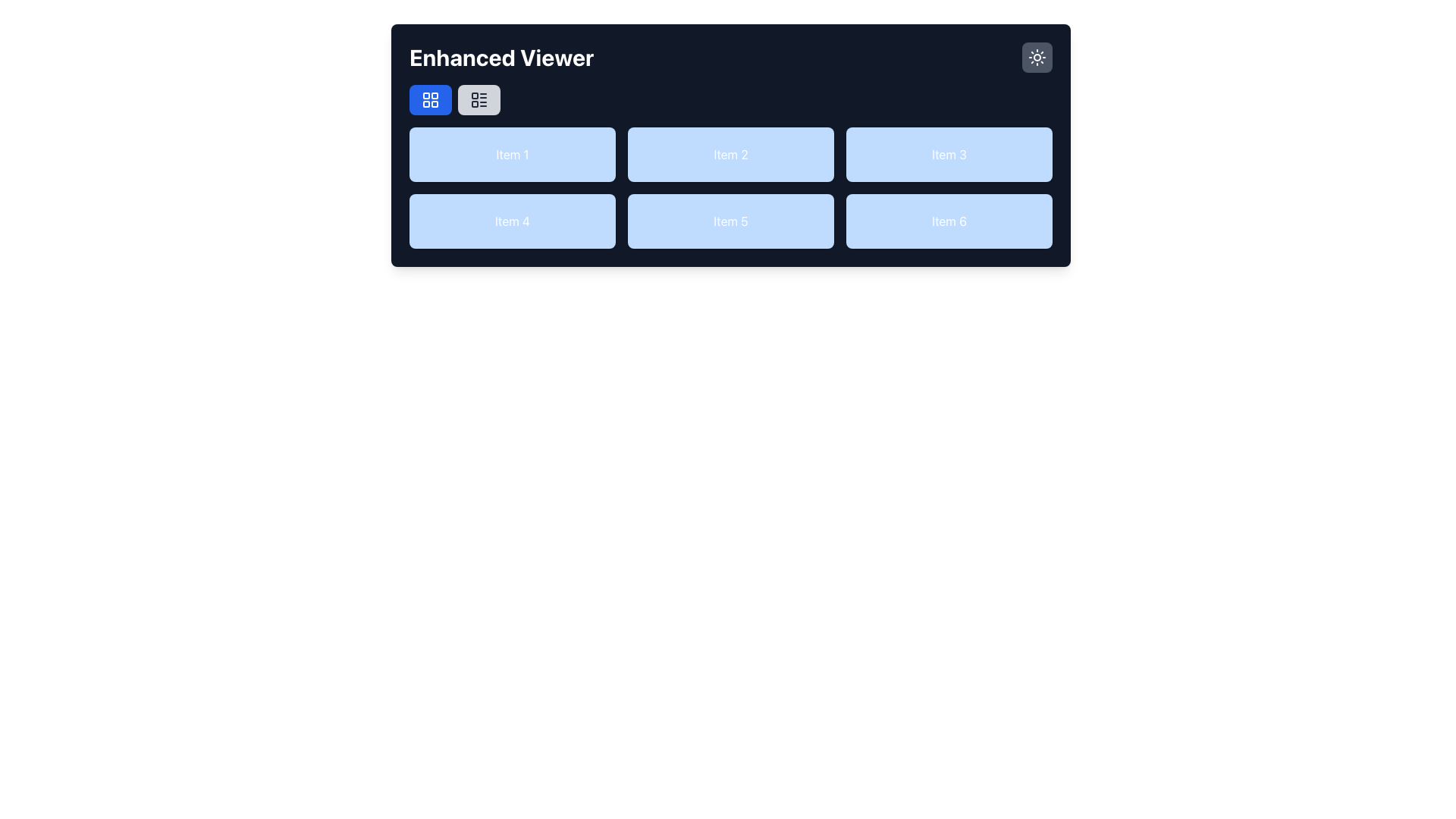 The image size is (1456, 819). Describe the element at coordinates (731, 187) in the screenshot. I see `the 'Item 5' text label, which is the second item in the second row of a grid layout with a light blue background and white text` at that location.